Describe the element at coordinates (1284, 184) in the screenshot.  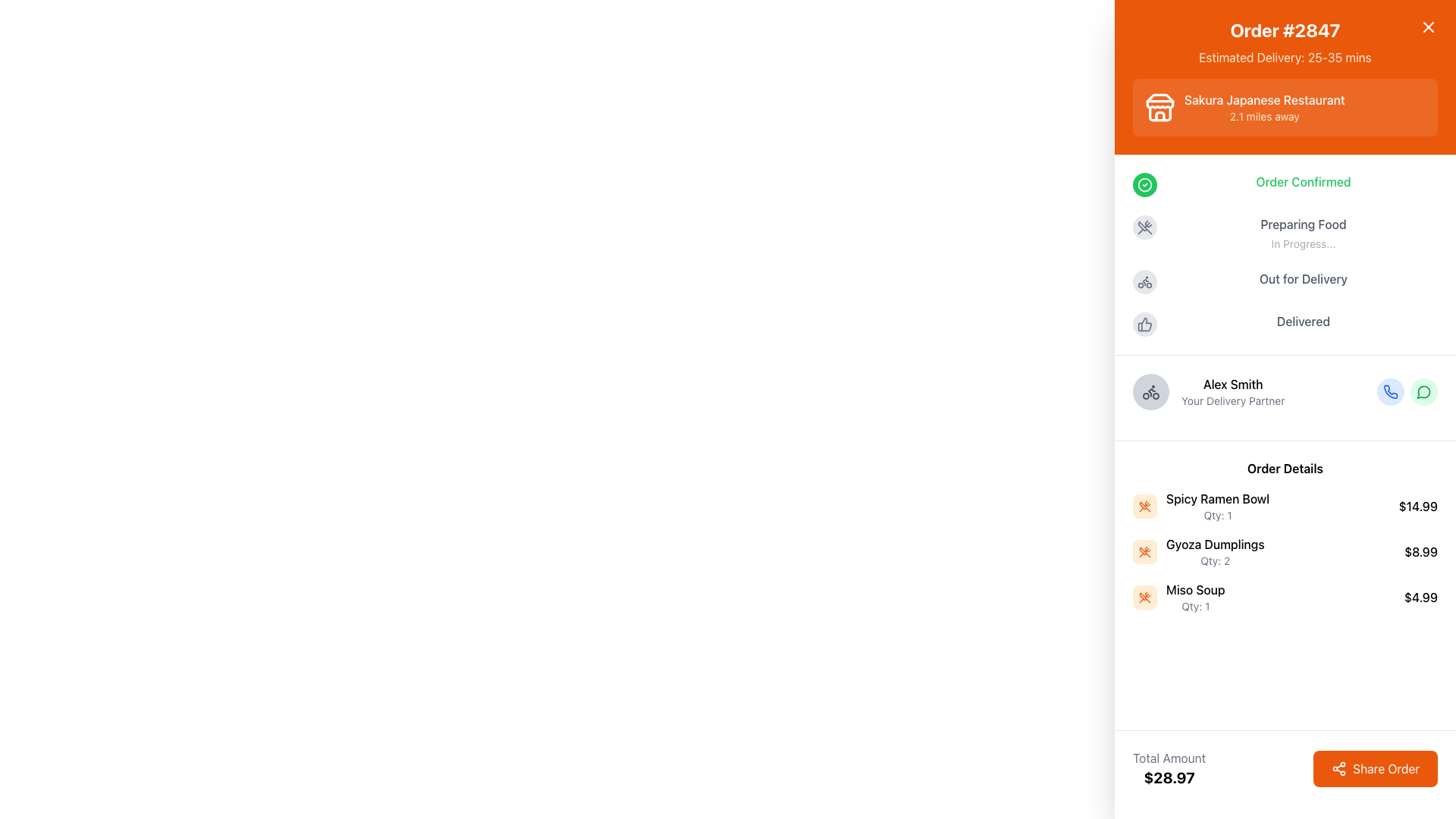
I see `status text from the first status indicator in the order tracking panel that shows the order confirmation status` at that location.